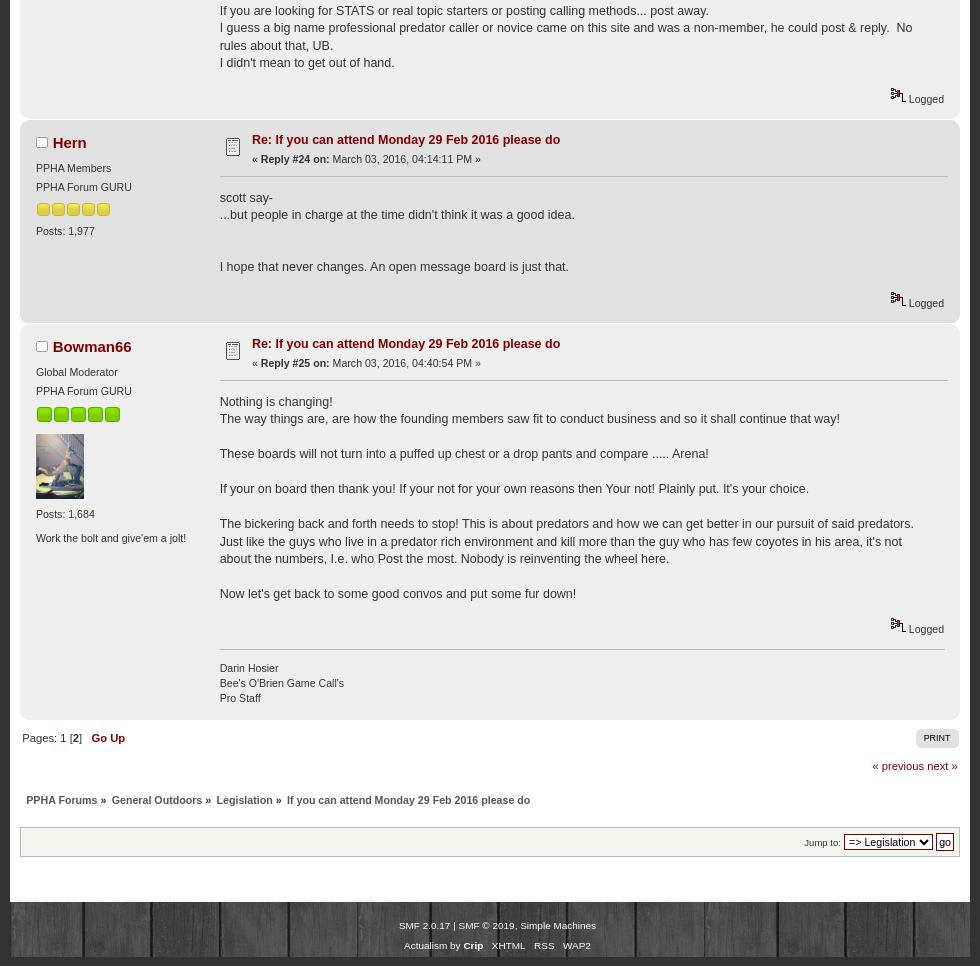 Image resolution: width=980 pixels, height=966 pixels. I want to click on ',', so click(517, 924).